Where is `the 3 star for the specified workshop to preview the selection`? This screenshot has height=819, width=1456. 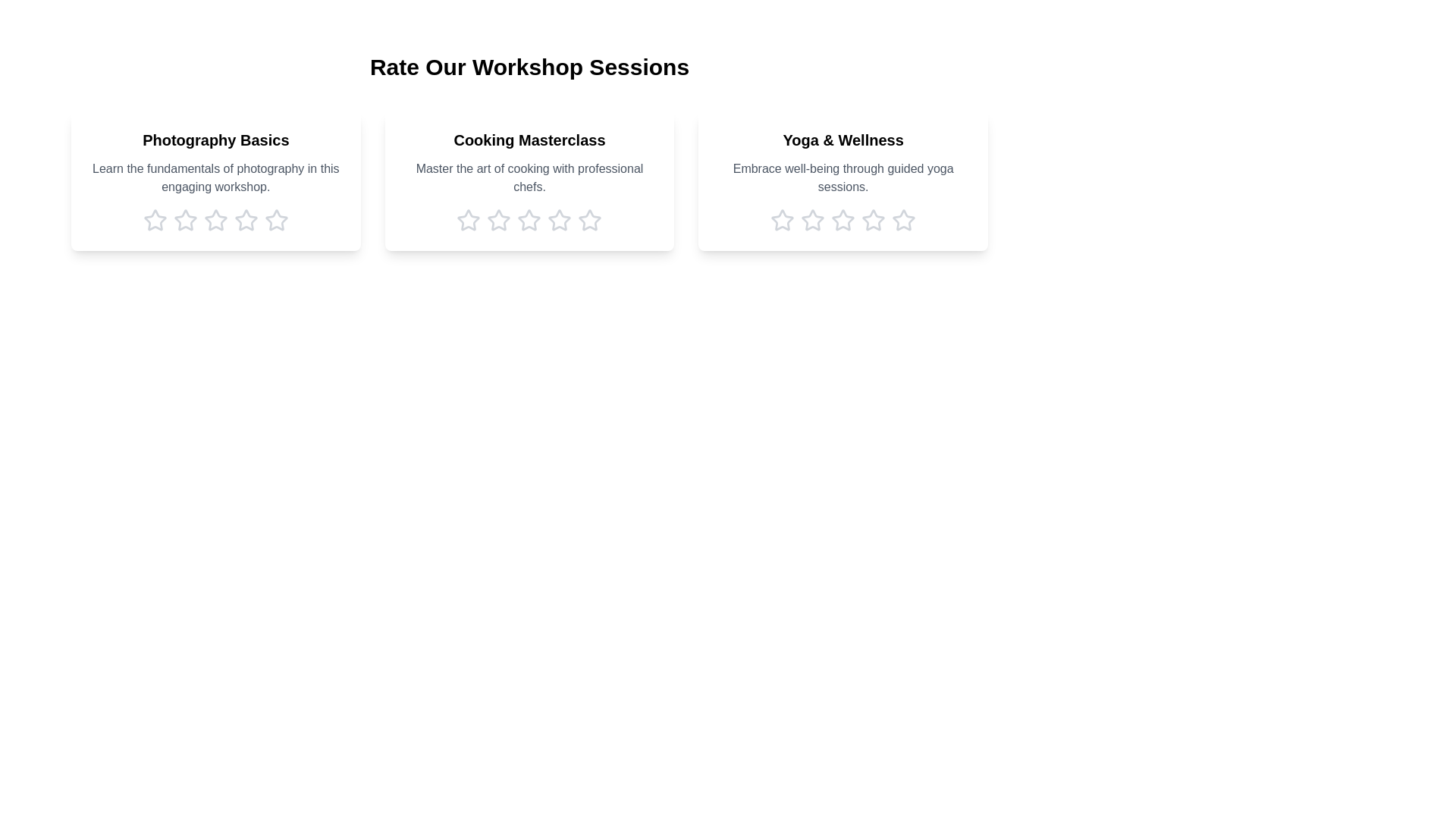 the 3 star for the specified workshop to preview the selection is located at coordinates (215, 220).